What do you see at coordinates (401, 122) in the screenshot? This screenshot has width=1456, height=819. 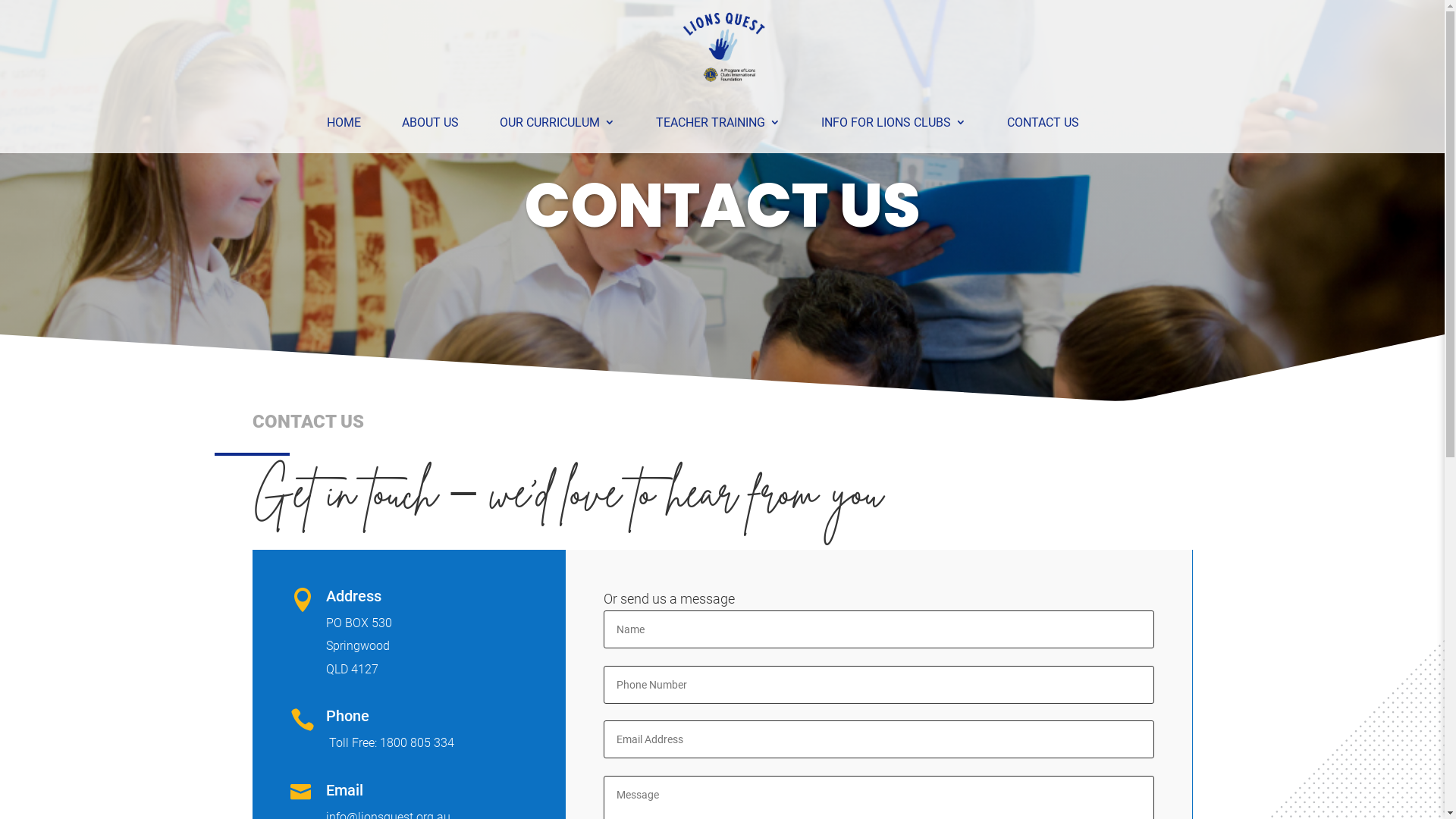 I see `'ABOUT US'` at bounding box center [401, 122].